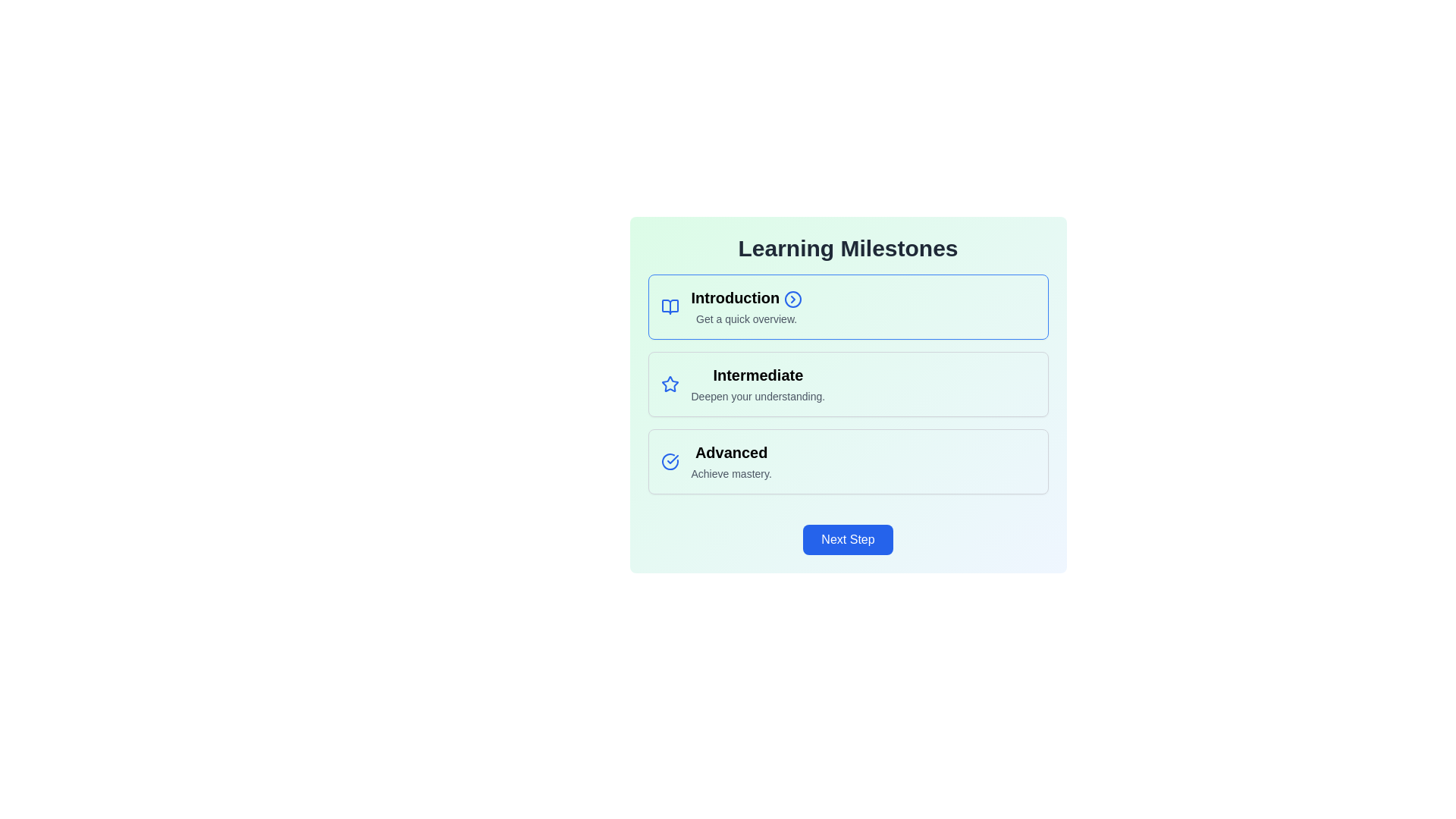  Describe the element at coordinates (757, 396) in the screenshot. I see `the textual component displaying 'Deepen your understanding.' to interact with any potential interactive elements in that area` at that location.